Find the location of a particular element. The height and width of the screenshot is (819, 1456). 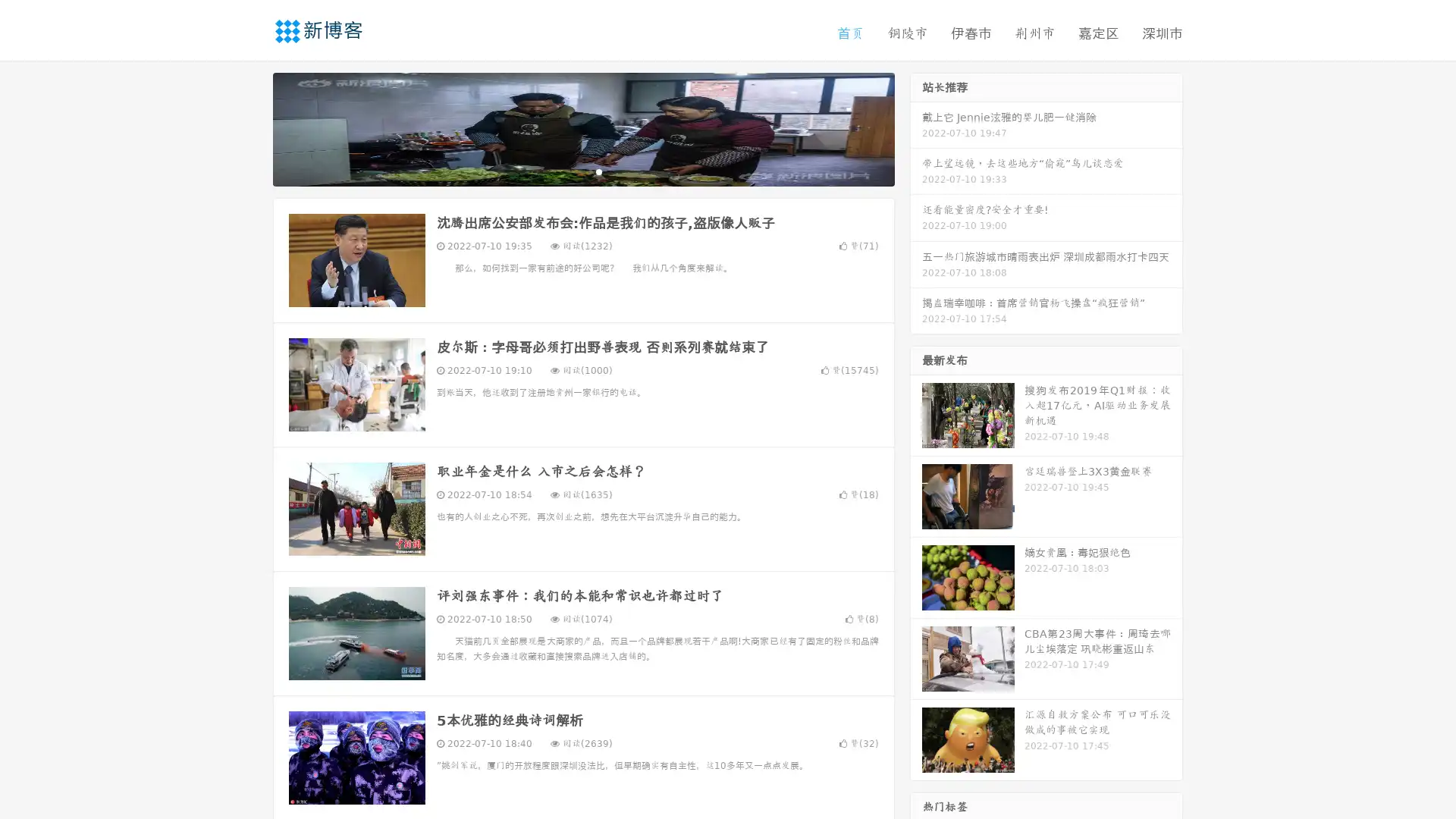

Go to slide 1 is located at coordinates (567, 171).